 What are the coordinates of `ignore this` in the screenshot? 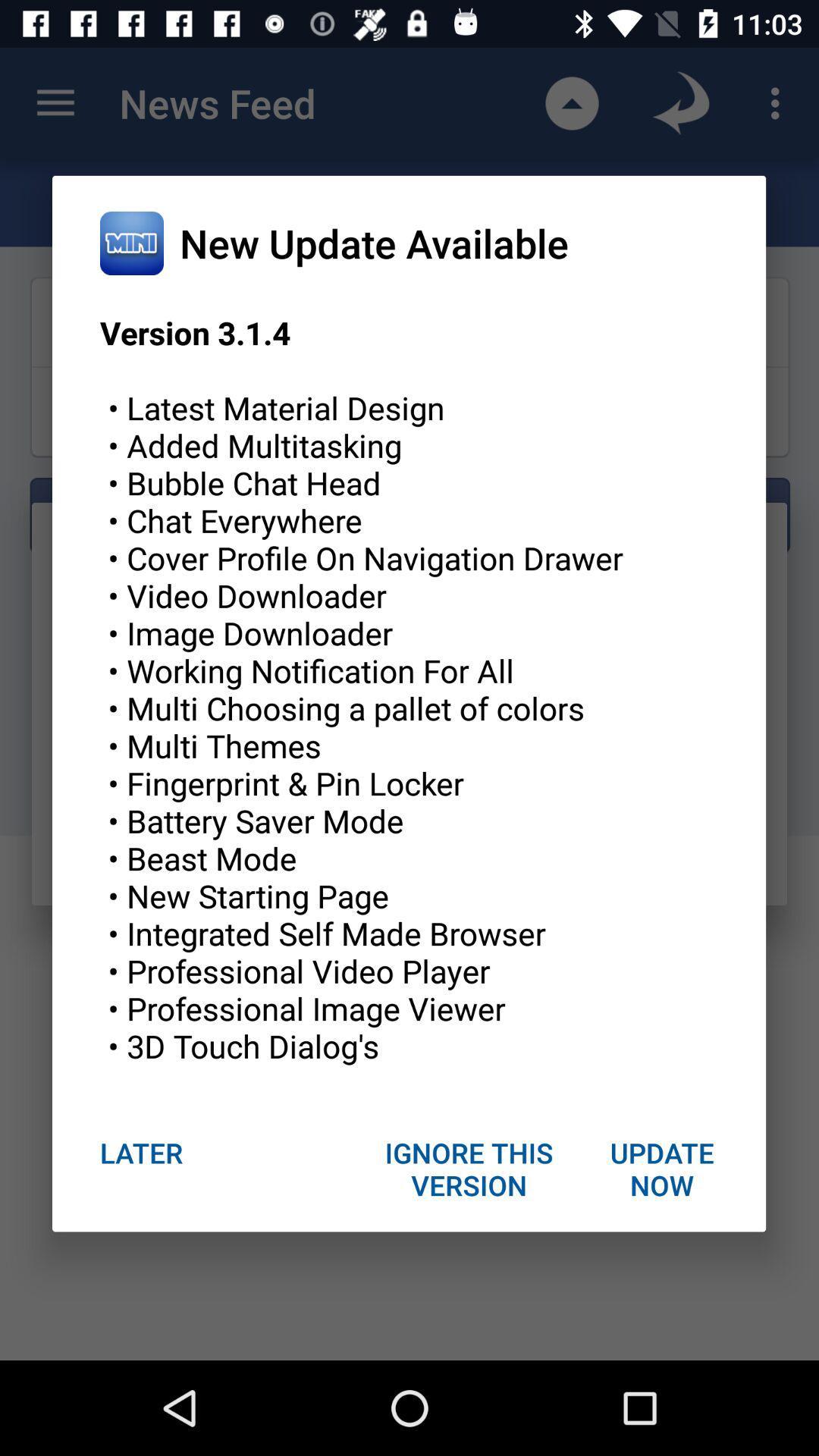 It's located at (469, 1168).